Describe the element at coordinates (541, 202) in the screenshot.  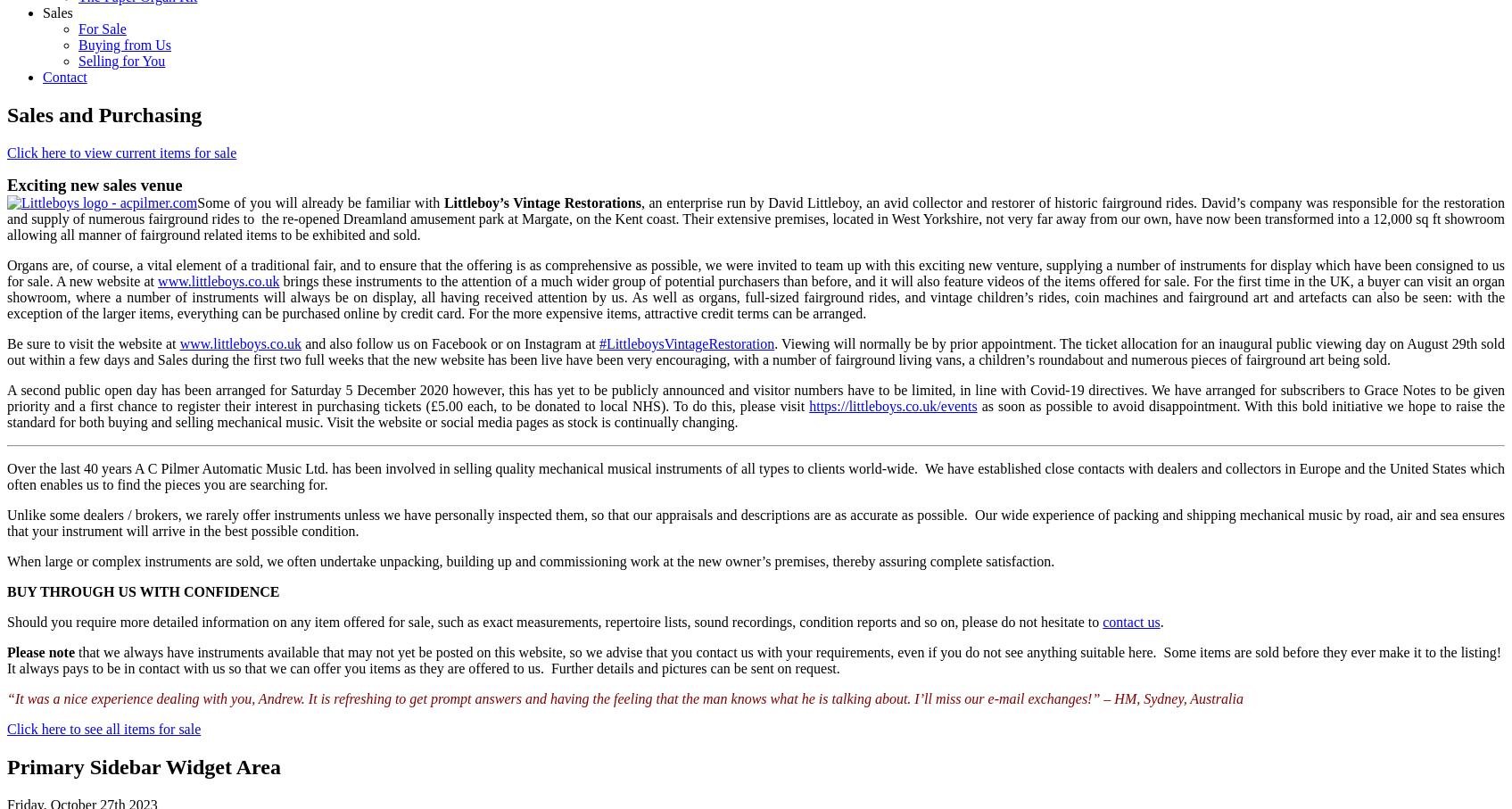
I see `'Littleboy’s Vintage Restorations'` at that location.